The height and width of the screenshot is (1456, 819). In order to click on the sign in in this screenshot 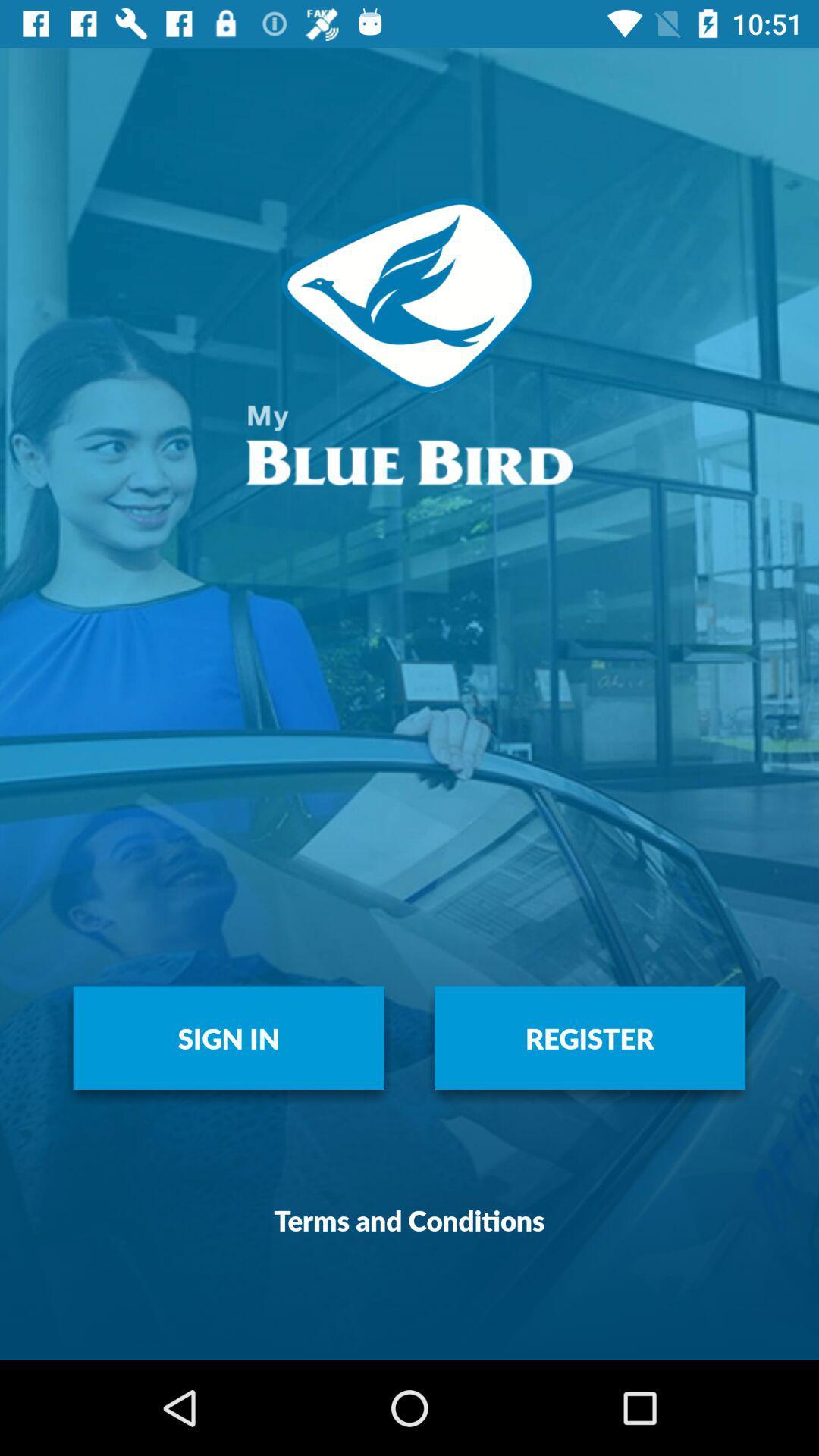, I will do `click(228, 1037)`.